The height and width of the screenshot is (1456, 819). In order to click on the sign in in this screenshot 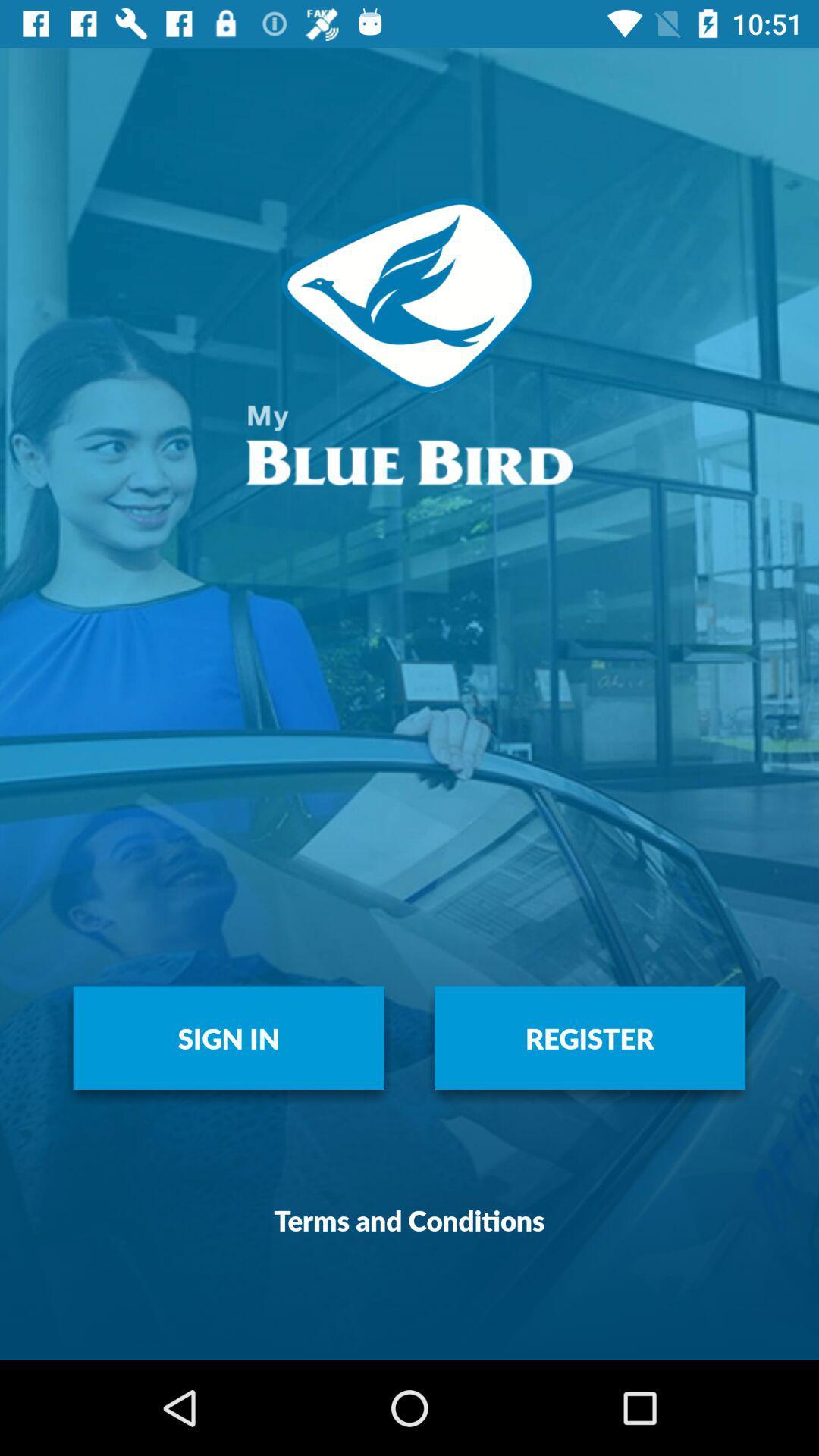, I will do `click(228, 1037)`.